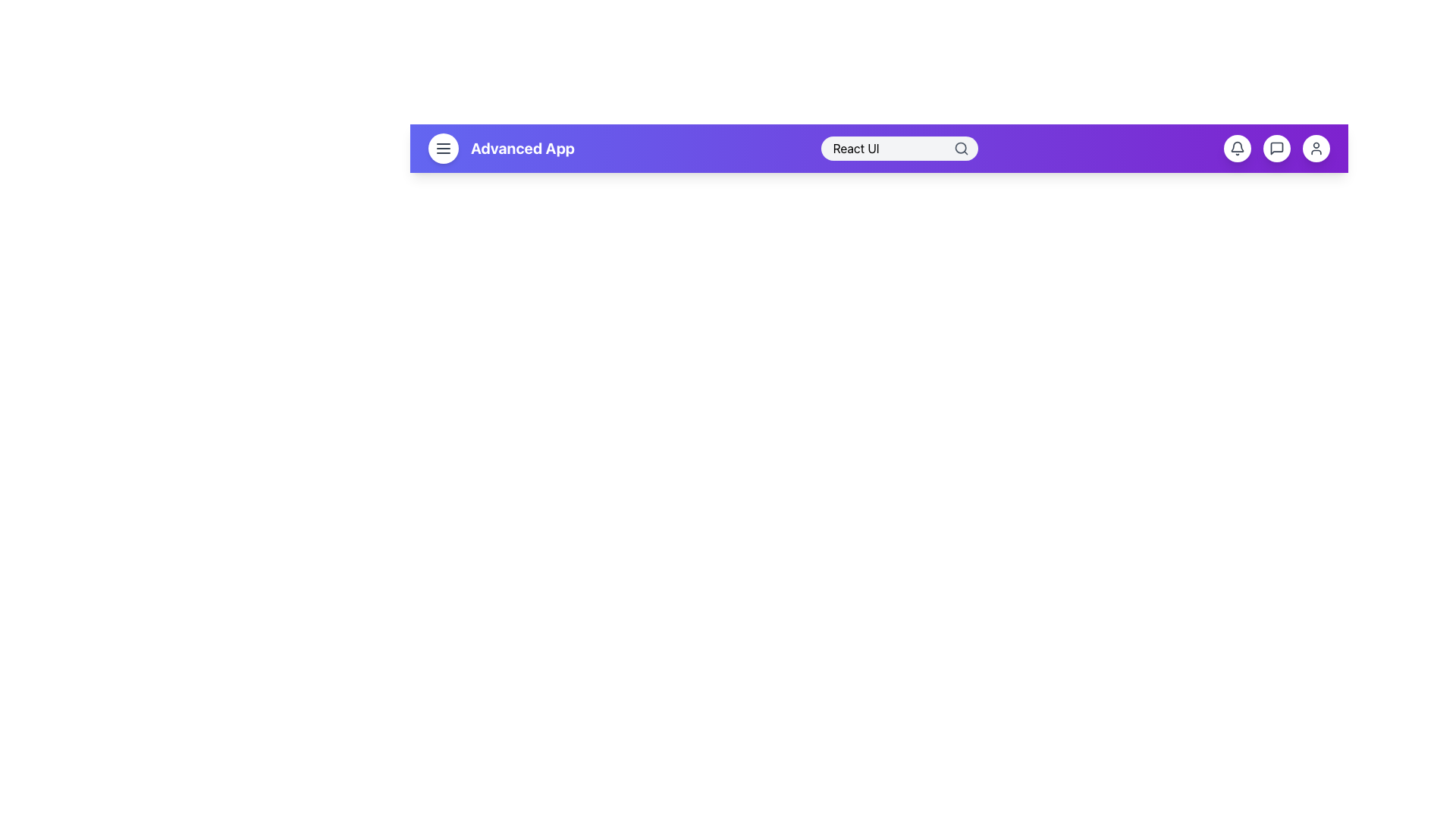 This screenshot has height=819, width=1456. What do you see at coordinates (1276, 149) in the screenshot?
I see `the circular button with a speech bubble icon, located in the top-right corner of the horizontal menu bar` at bounding box center [1276, 149].